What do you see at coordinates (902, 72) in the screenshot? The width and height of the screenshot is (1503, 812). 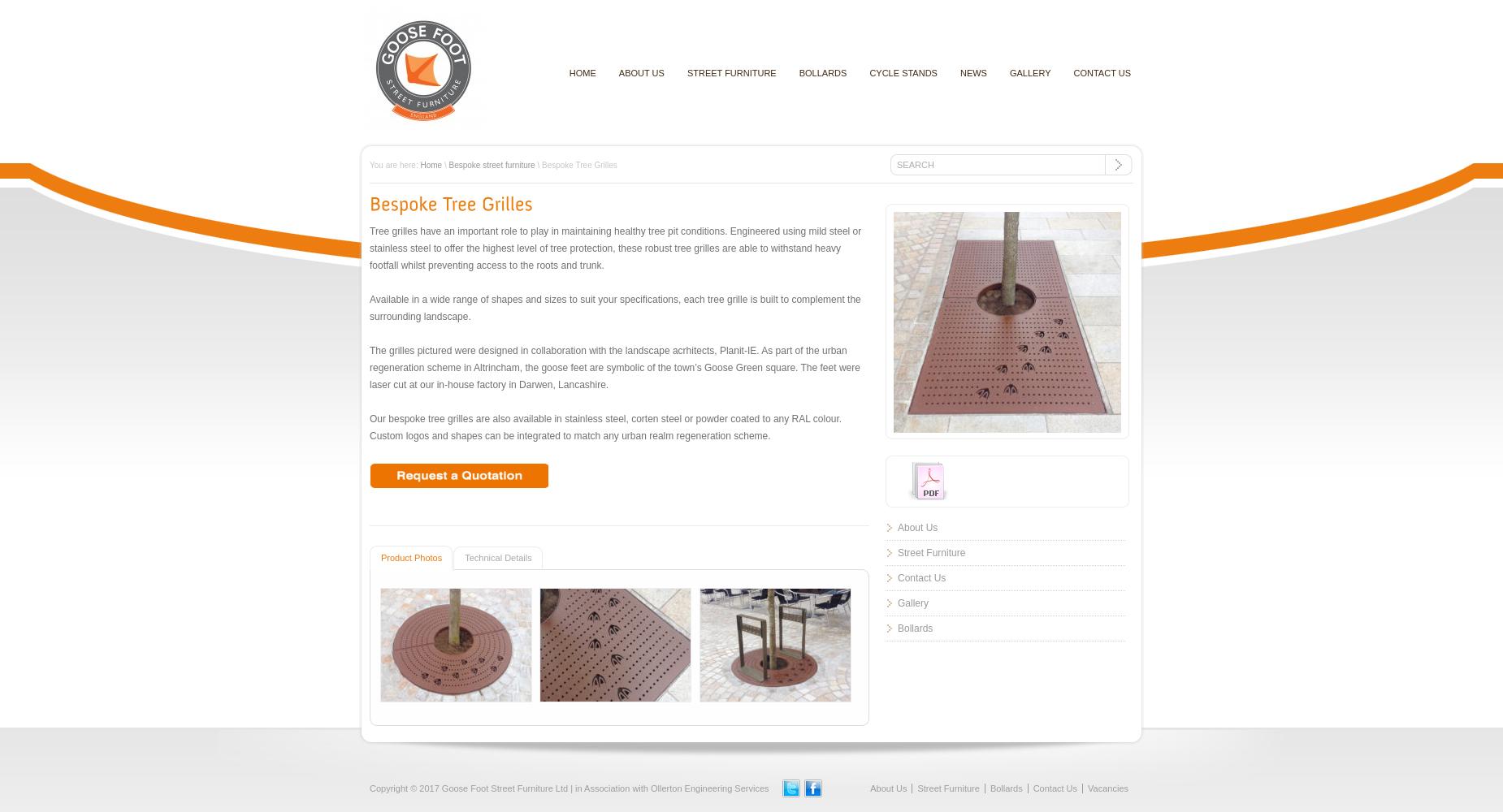 I see `'Cycle Stands'` at bounding box center [902, 72].